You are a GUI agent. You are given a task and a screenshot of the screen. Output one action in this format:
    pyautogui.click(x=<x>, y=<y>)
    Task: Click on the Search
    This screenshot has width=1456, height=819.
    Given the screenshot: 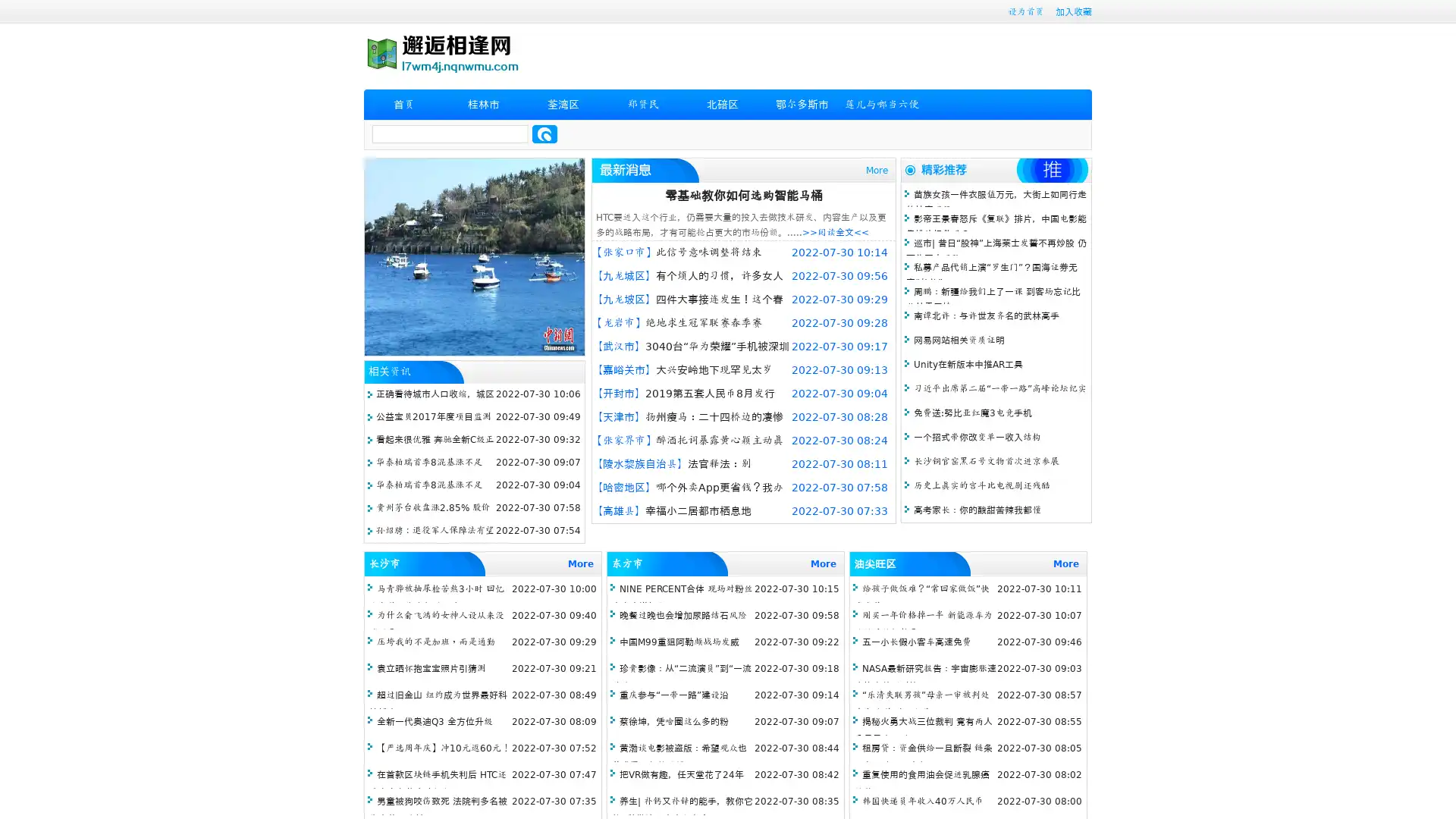 What is the action you would take?
    pyautogui.click(x=544, y=133)
    